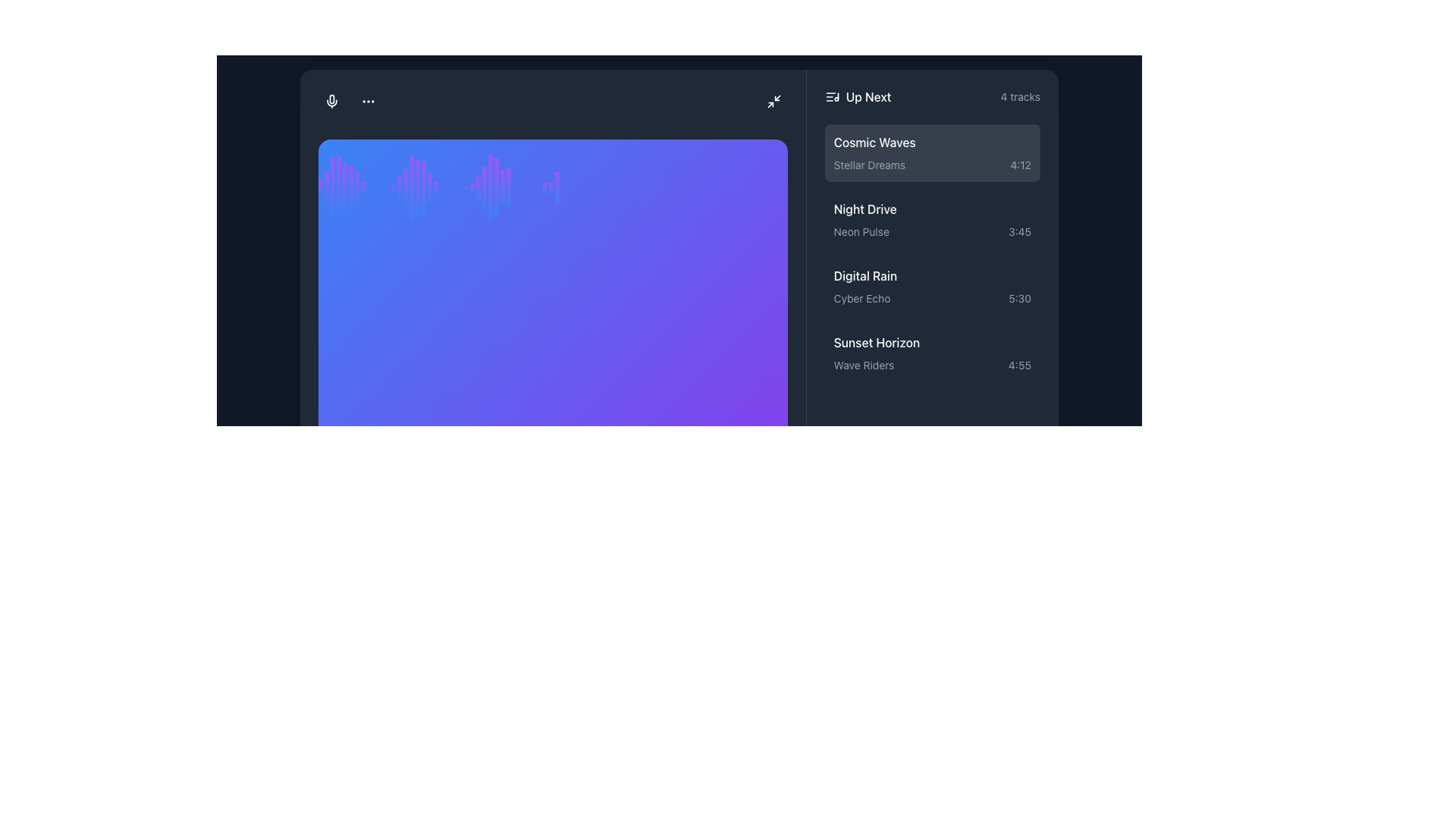 The image size is (1456, 819). I want to click on the text block labeled 'Wave Riders' with a duration of '4:55' in the 'Up Next' panel, located under the 'Sunset Horizon' section, so click(931, 365).